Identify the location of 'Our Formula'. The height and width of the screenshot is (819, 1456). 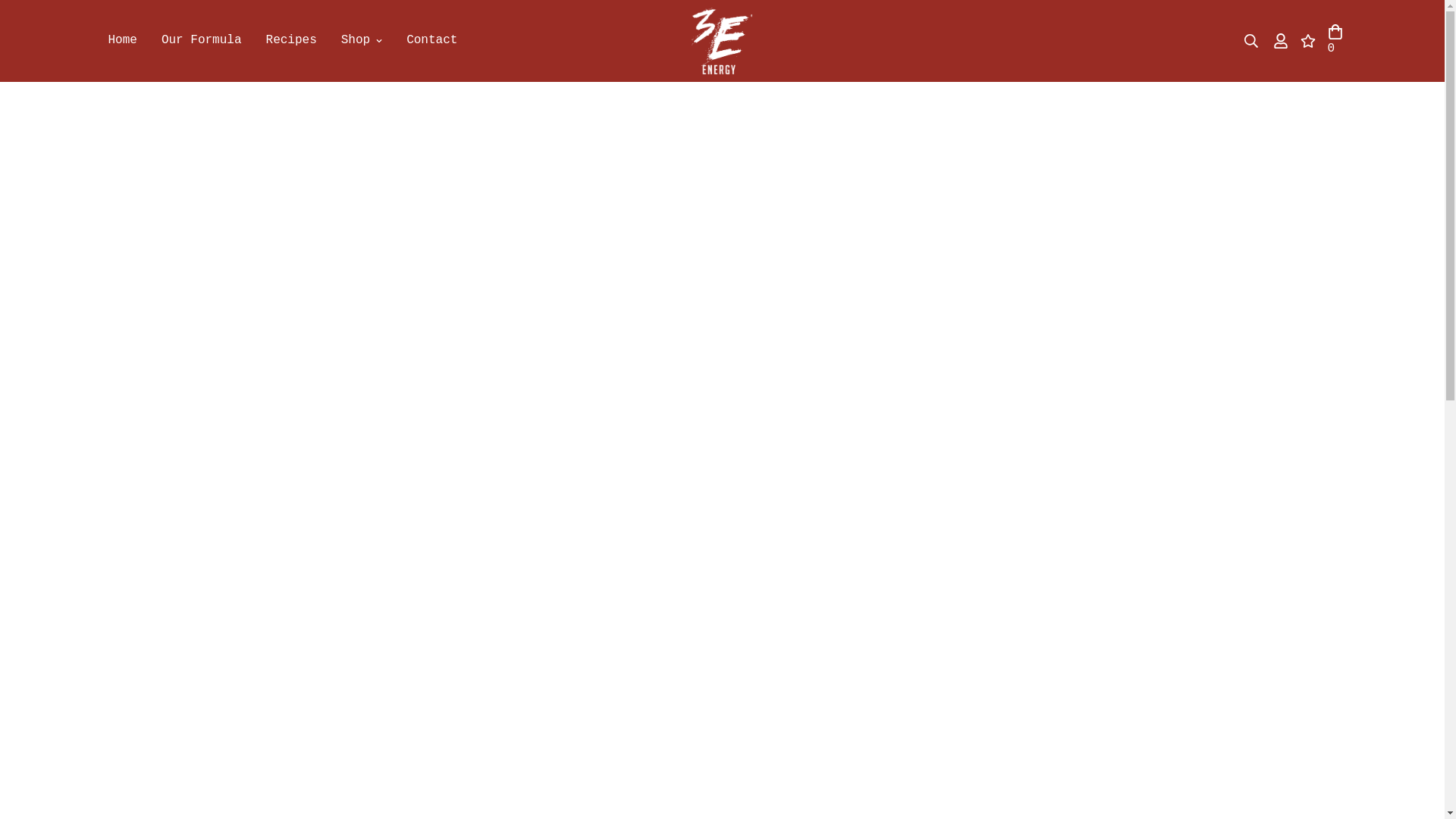
(200, 39).